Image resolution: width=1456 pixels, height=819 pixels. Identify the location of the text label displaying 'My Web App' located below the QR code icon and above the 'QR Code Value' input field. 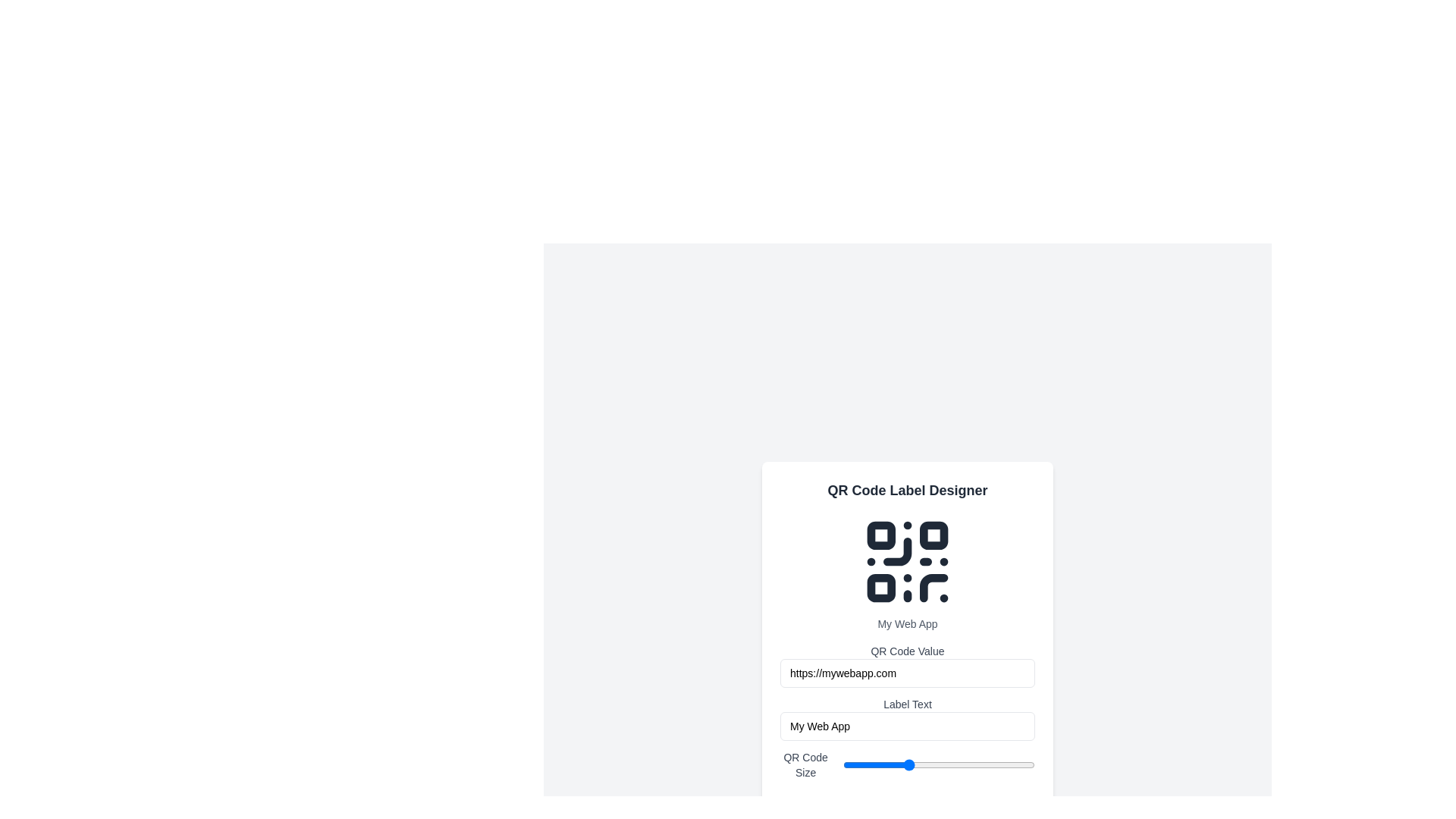
(907, 623).